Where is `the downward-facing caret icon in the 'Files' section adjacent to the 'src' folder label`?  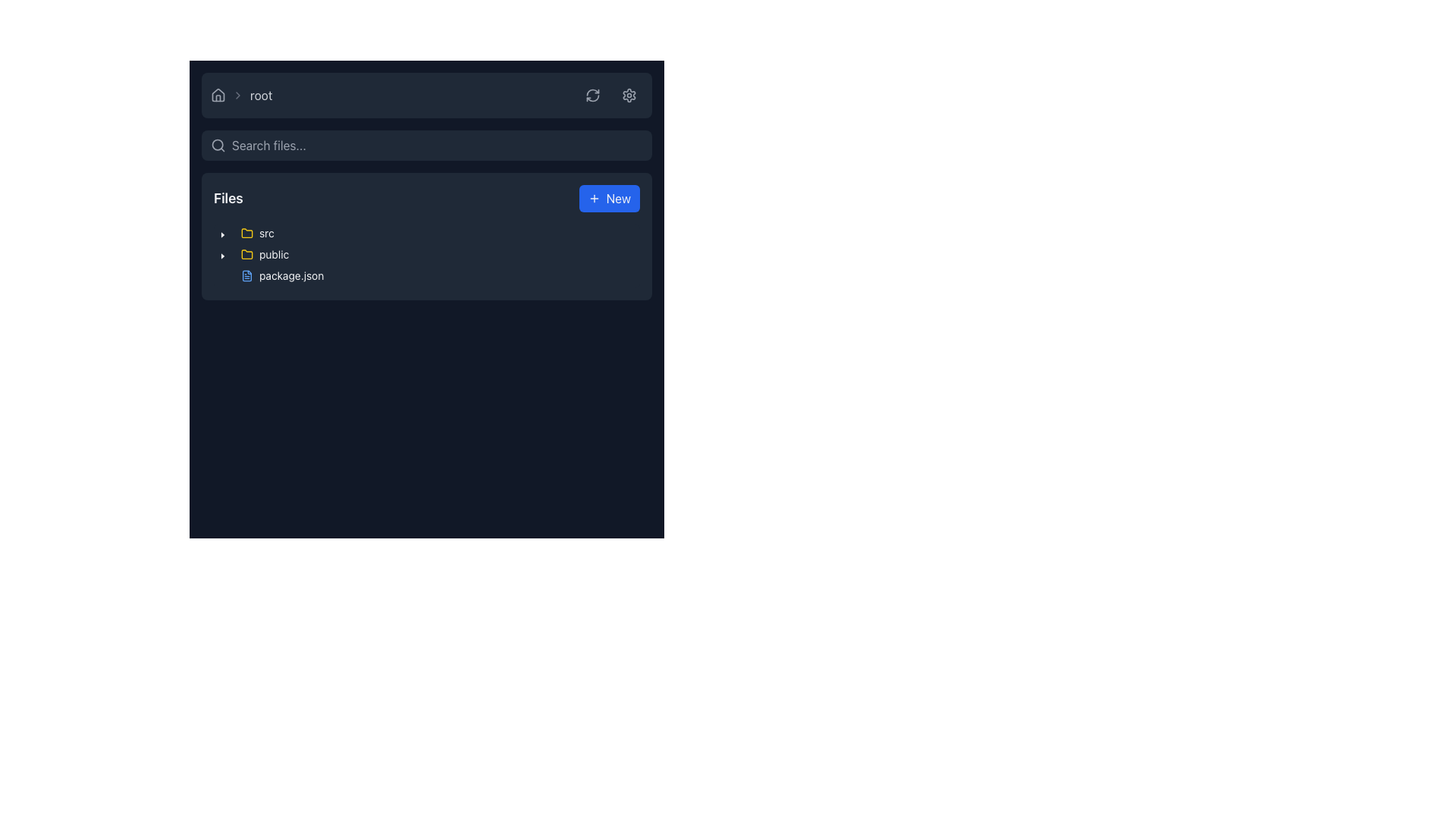 the downward-facing caret icon in the 'Files' section adjacent to the 'src' folder label is located at coordinates (221, 256).